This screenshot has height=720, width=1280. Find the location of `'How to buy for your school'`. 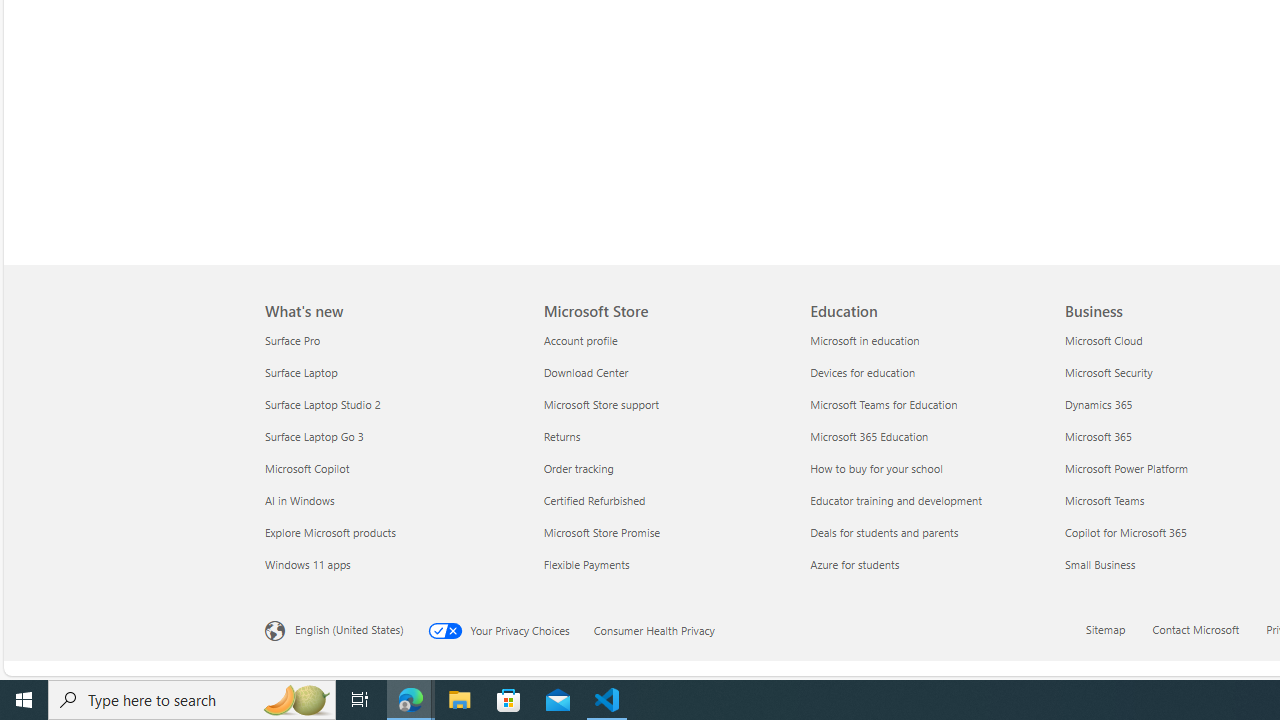

'How to buy for your school' is located at coordinates (930, 468).